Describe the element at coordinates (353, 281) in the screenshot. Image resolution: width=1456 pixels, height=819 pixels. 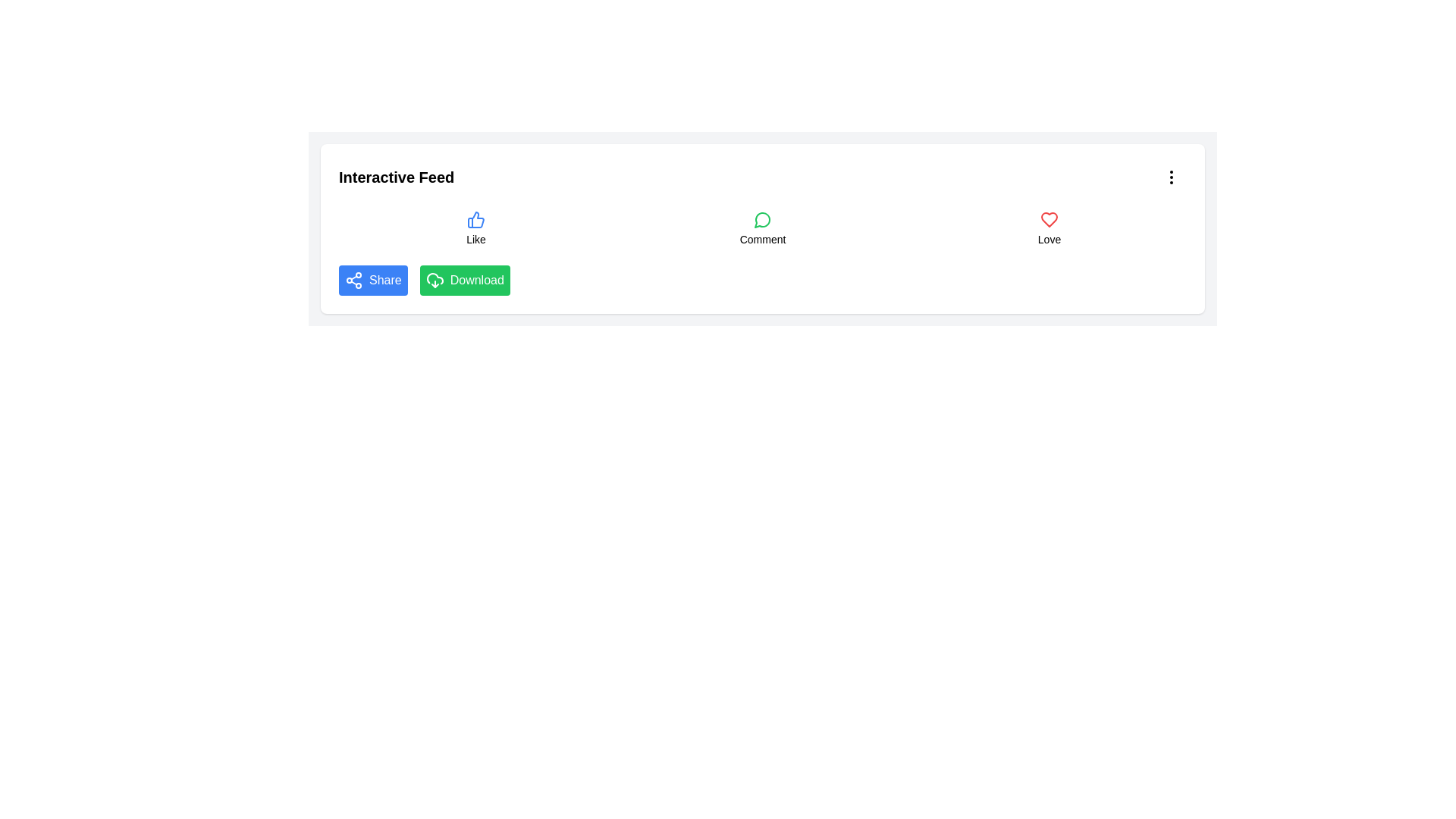
I see `the Share icon located within the blue button at the bottom left corner of the Interactive Feed component` at that location.